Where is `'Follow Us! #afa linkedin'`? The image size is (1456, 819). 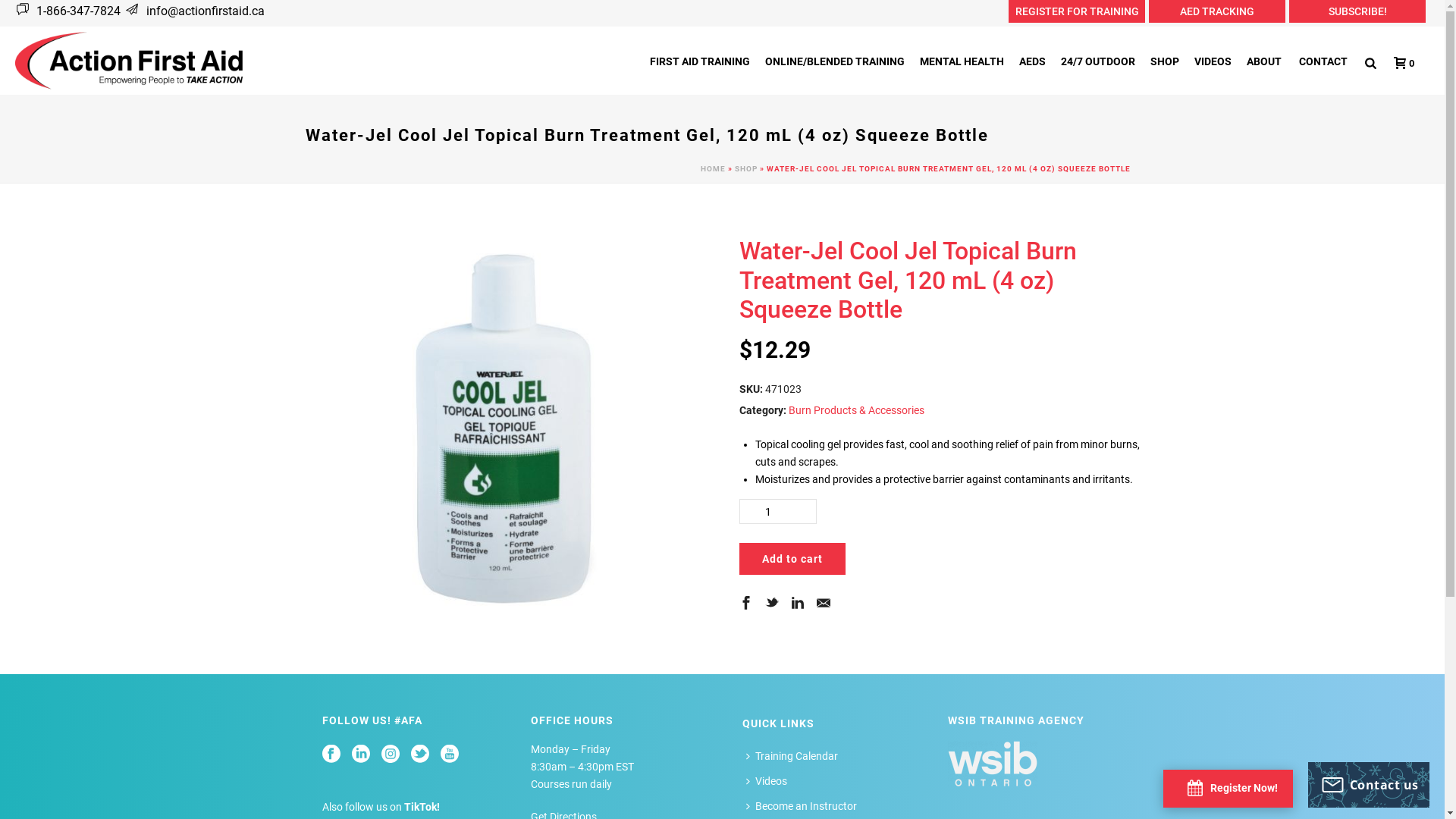 'Follow Us! #afa linkedin' is located at coordinates (351, 755).